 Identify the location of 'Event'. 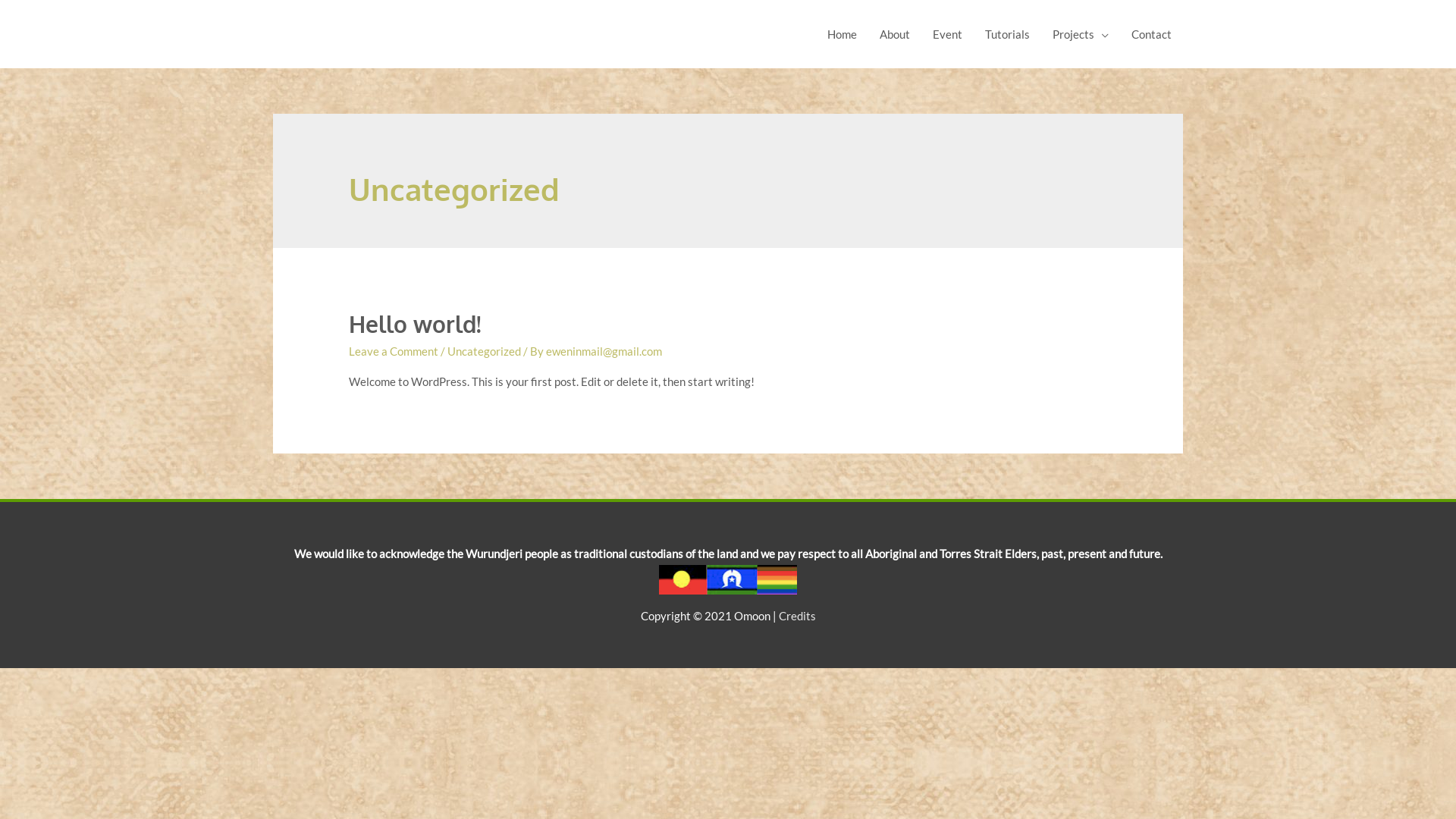
(946, 34).